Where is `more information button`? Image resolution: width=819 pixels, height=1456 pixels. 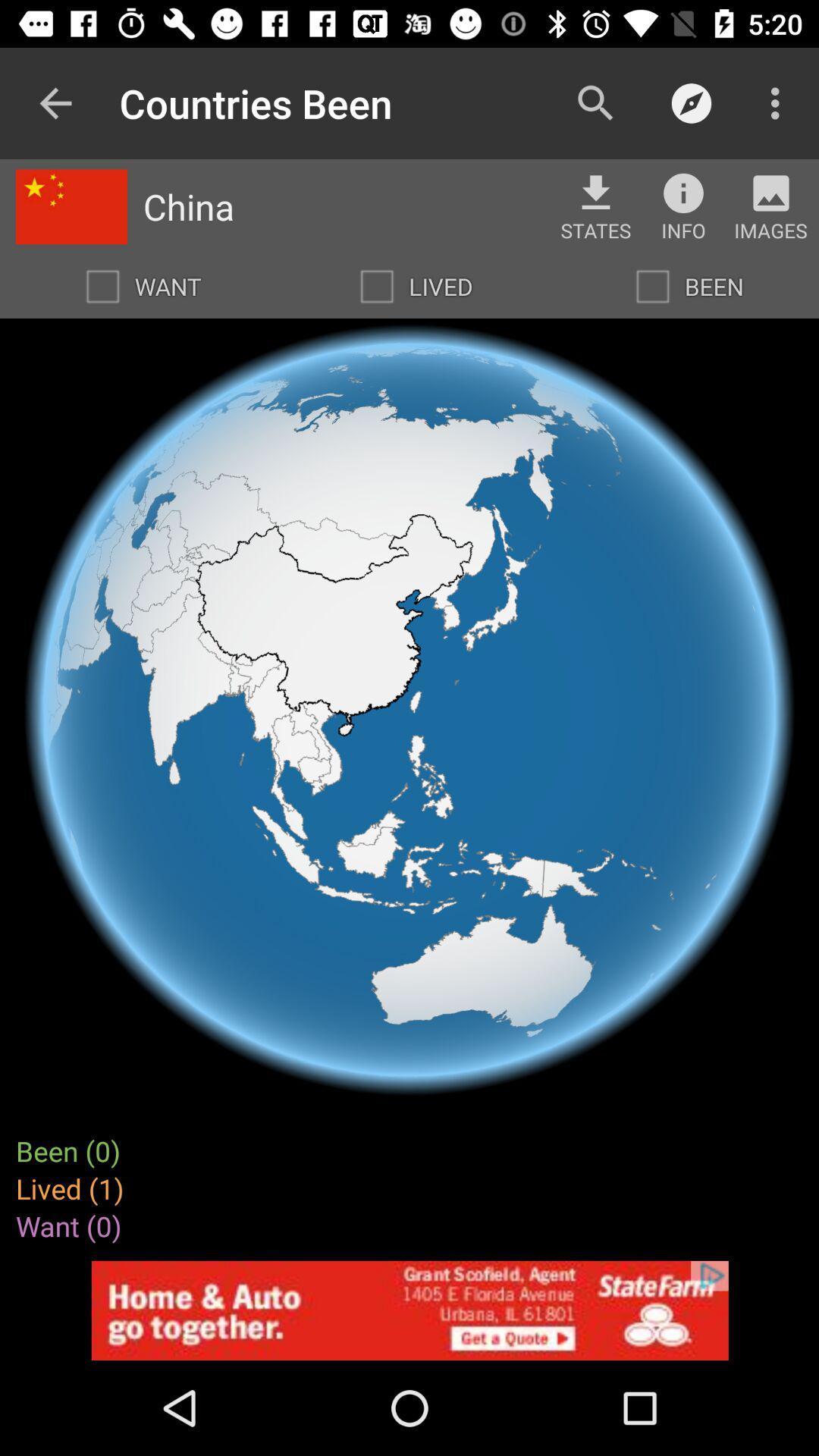
more information button is located at coordinates (683, 192).